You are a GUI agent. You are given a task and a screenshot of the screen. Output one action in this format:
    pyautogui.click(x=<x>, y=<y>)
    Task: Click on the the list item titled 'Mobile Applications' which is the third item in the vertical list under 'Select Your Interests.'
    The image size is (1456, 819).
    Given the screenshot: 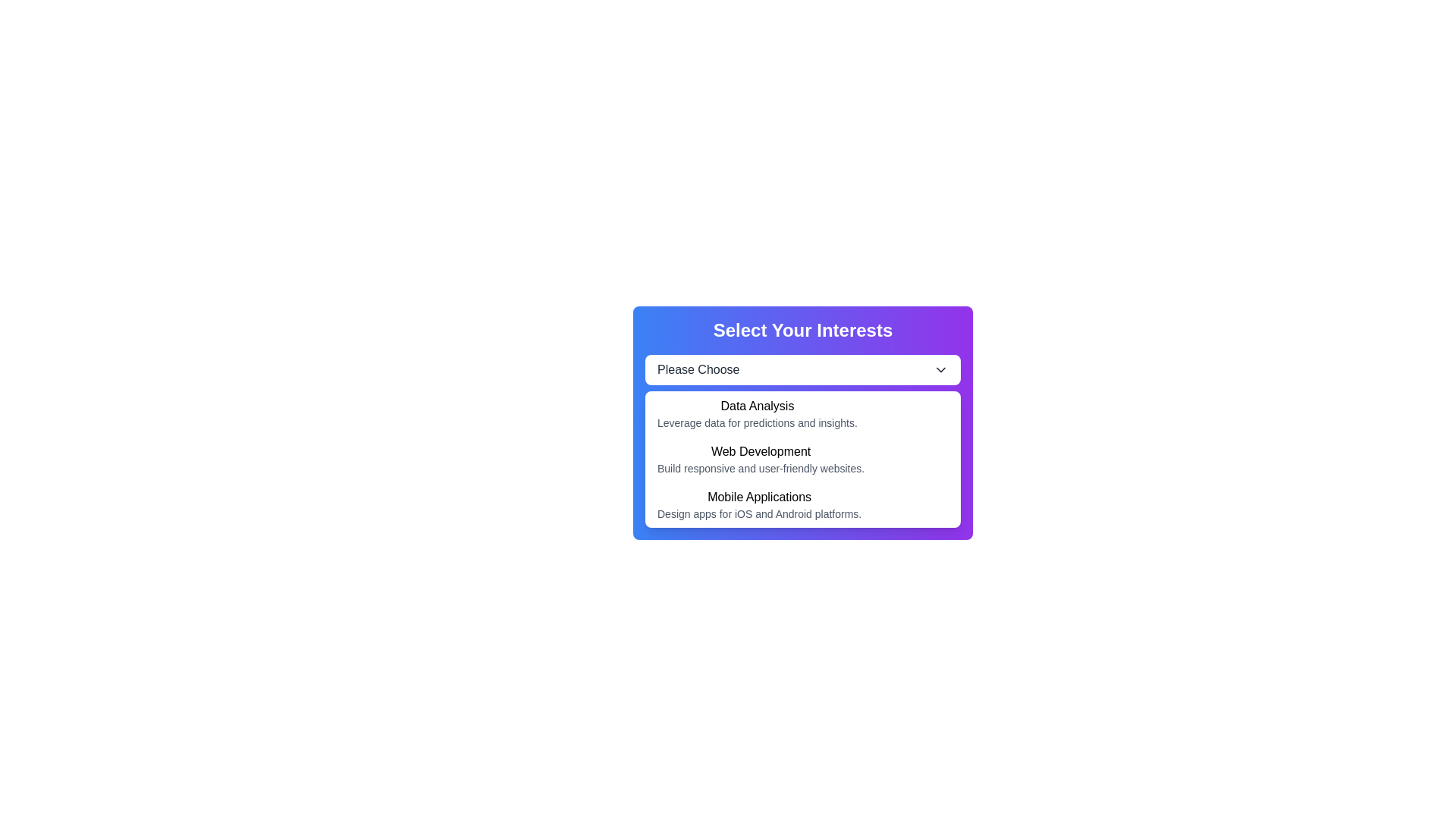 What is the action you would take?
    pyautogui.click(x=802, y=505)
    